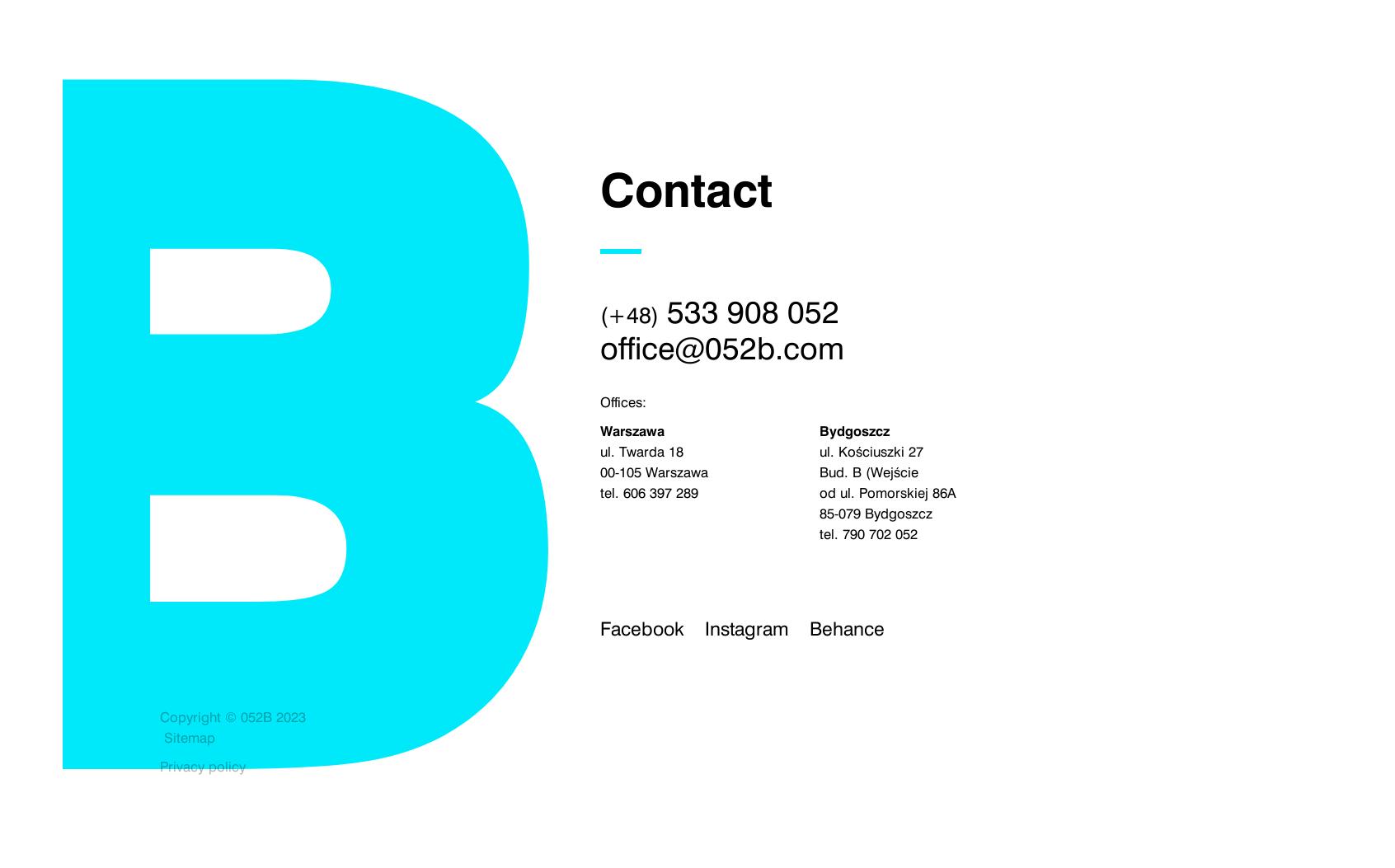 The height and width of the screenshot is (868, 1395). I want to click on 'Bydgoszcz', so click(853, 430).